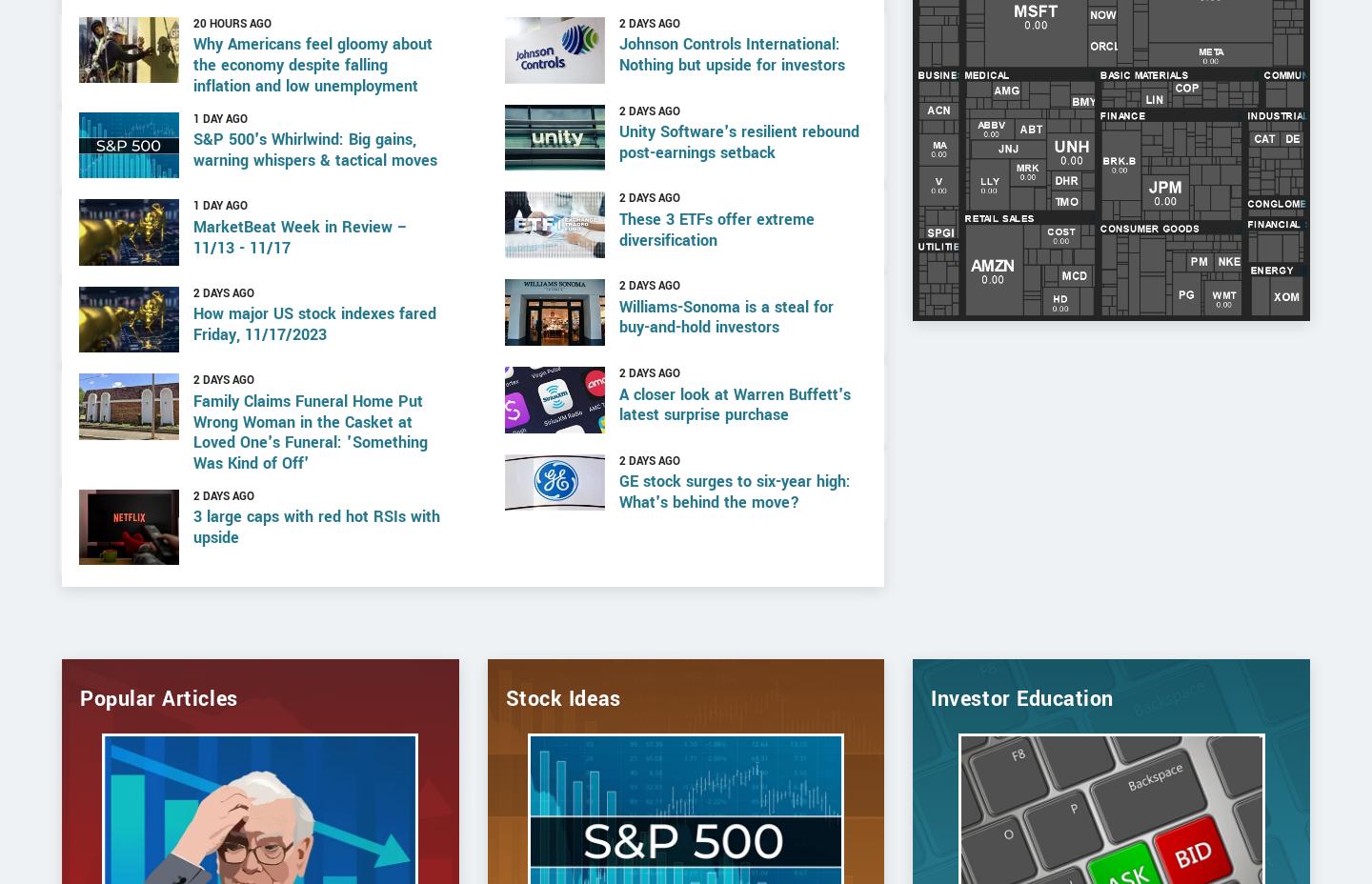  Describe the element at coordinates (733, 465) in the screenshot. I see `'A closer look at Warren Buffett's latest surprise purchase'` at that location.